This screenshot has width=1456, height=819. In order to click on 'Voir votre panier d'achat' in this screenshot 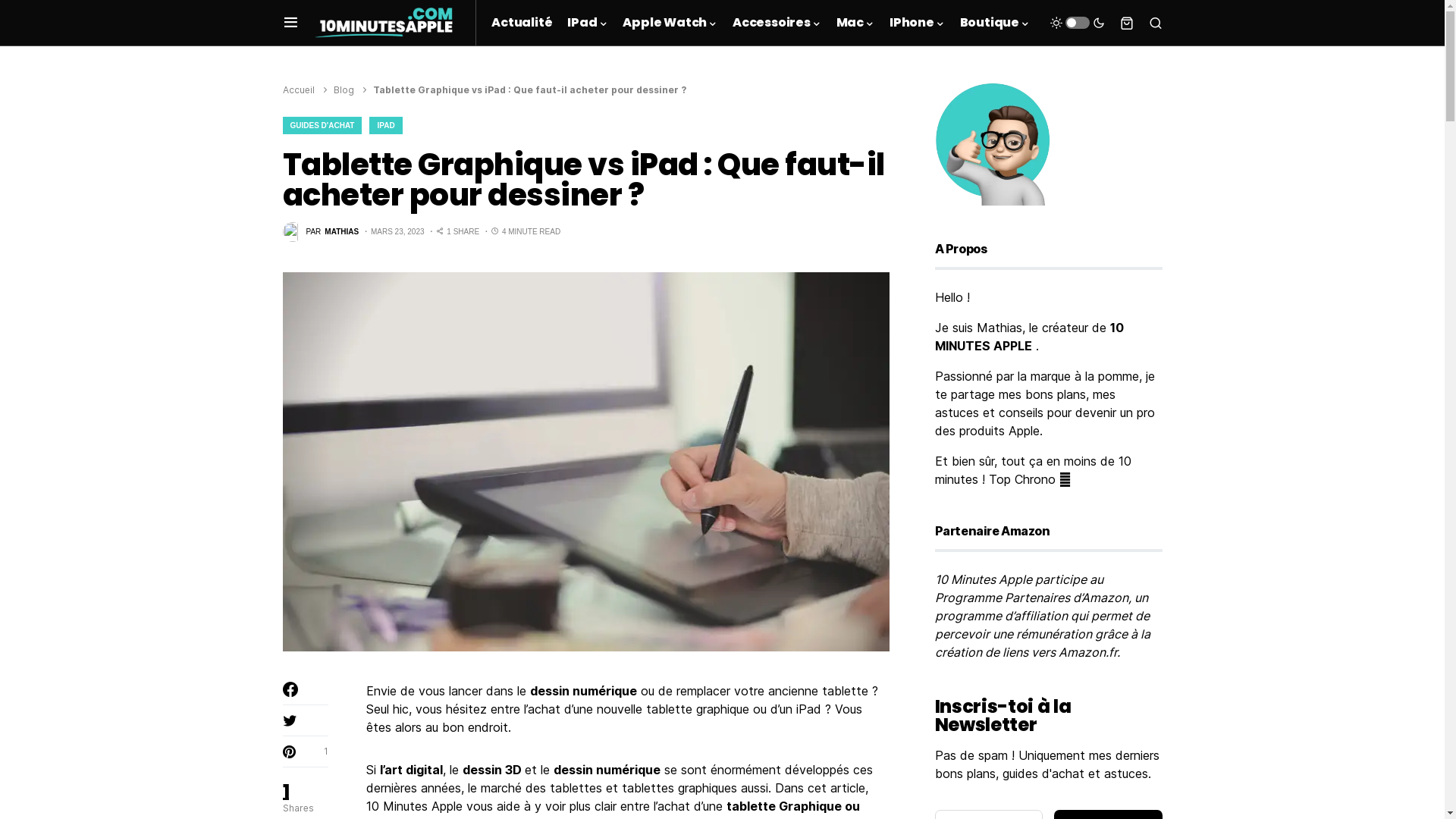, I will do `click(1125, 23)`.